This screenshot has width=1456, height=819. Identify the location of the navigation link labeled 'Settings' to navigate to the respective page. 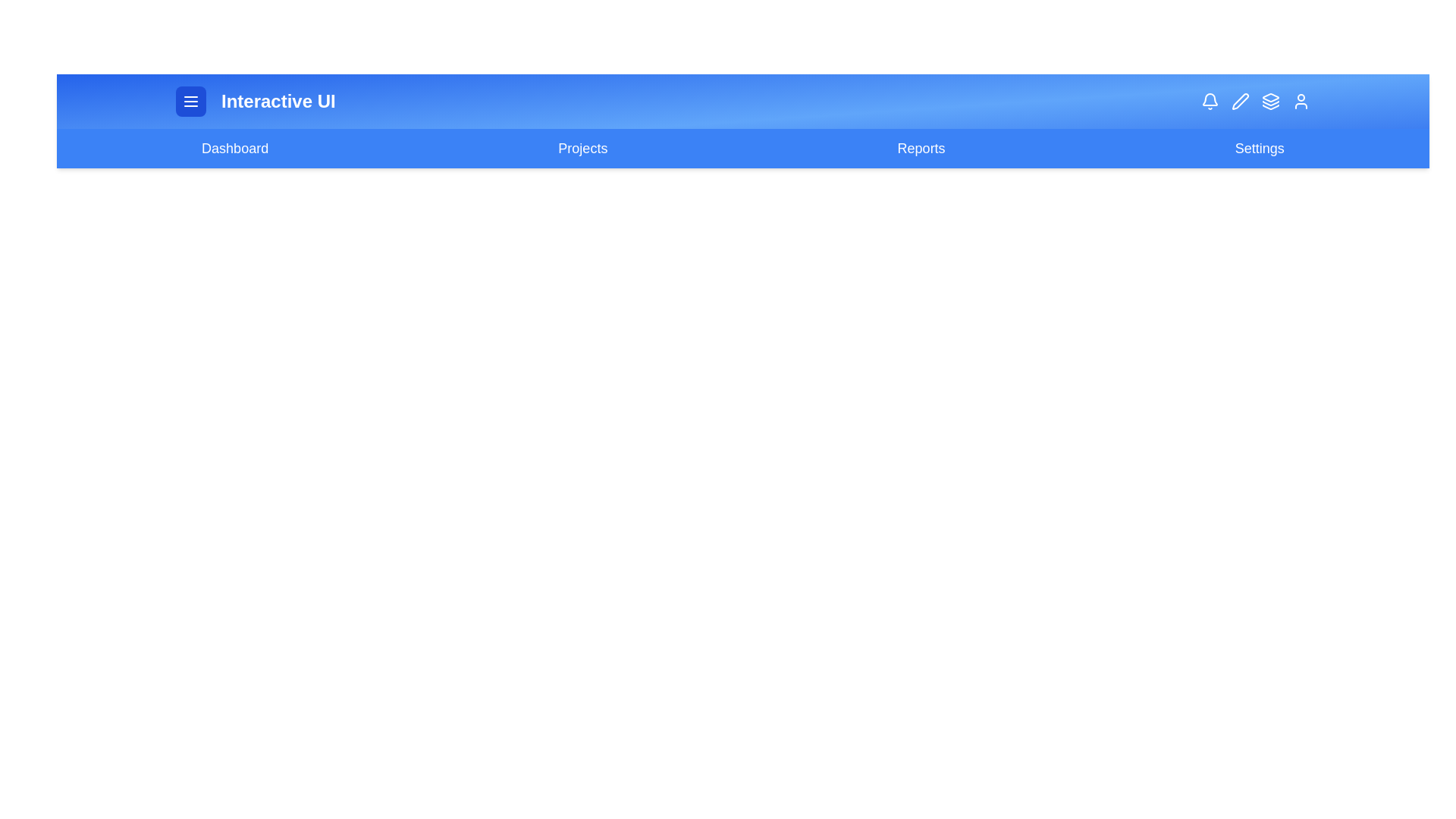
(1259, 149).